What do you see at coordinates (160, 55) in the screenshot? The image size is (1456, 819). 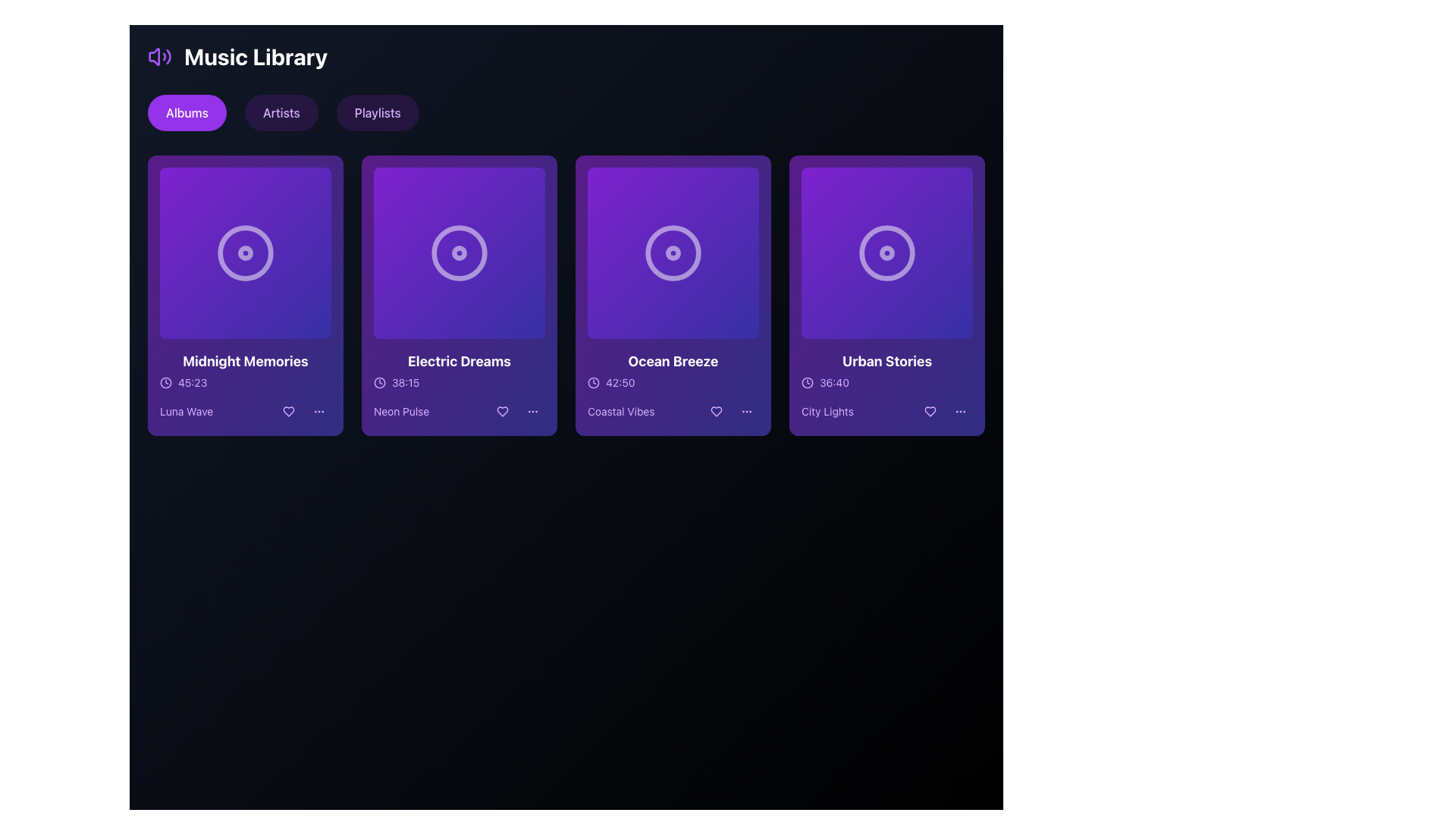 I see `the vibrant purple speaker volume icon with sound waves, located directly adjacent to the 'Music Library' title text, to invoke a volume-related action` at bounding box center [160, 55].